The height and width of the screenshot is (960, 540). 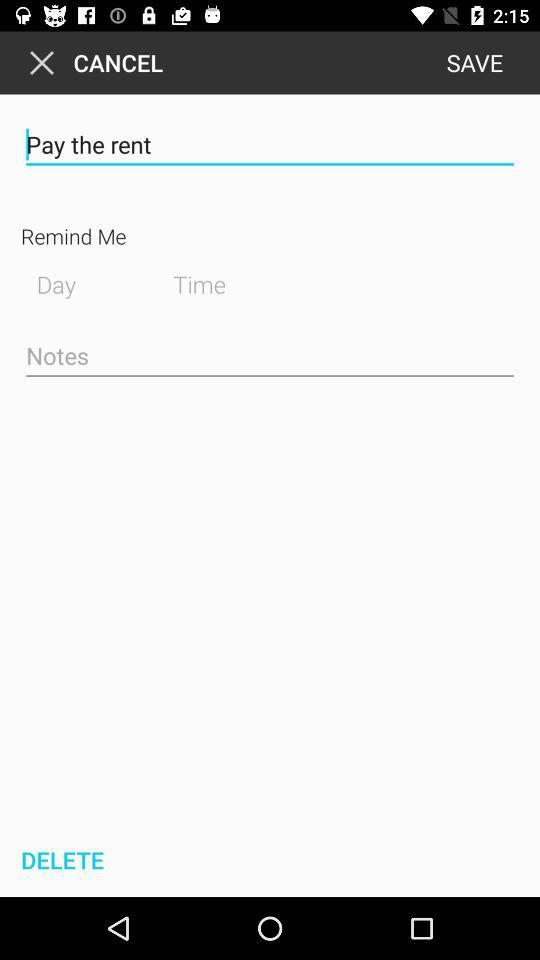 What do you see at coordinates (77, 281) in the screenshot?
I see `the icon to the left of time item` at bounding box center [77, 281].